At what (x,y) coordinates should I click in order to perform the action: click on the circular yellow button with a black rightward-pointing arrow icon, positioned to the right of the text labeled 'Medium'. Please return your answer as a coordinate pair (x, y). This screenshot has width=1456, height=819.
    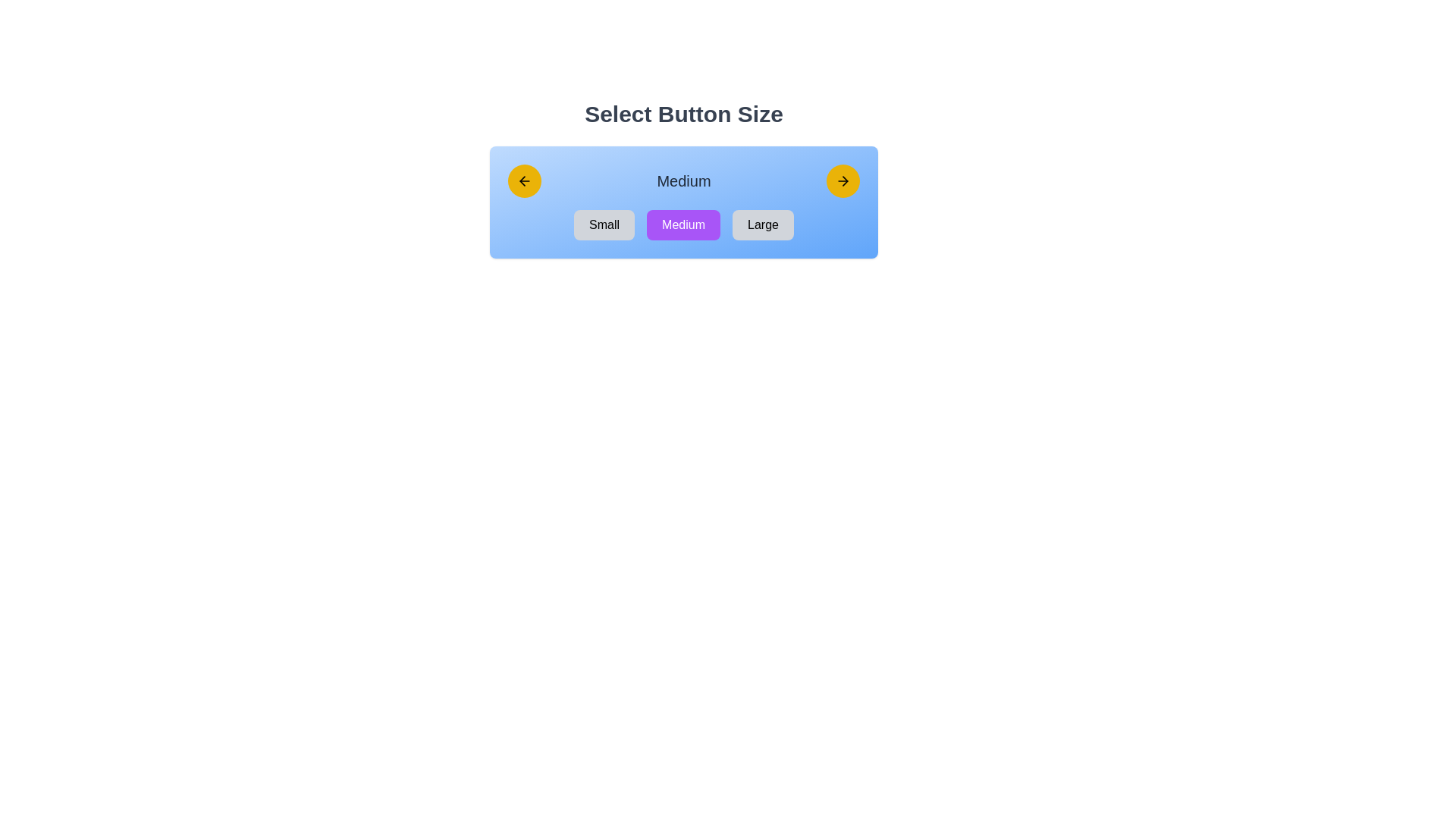
    Looking at the image, I should click on (843, 180).